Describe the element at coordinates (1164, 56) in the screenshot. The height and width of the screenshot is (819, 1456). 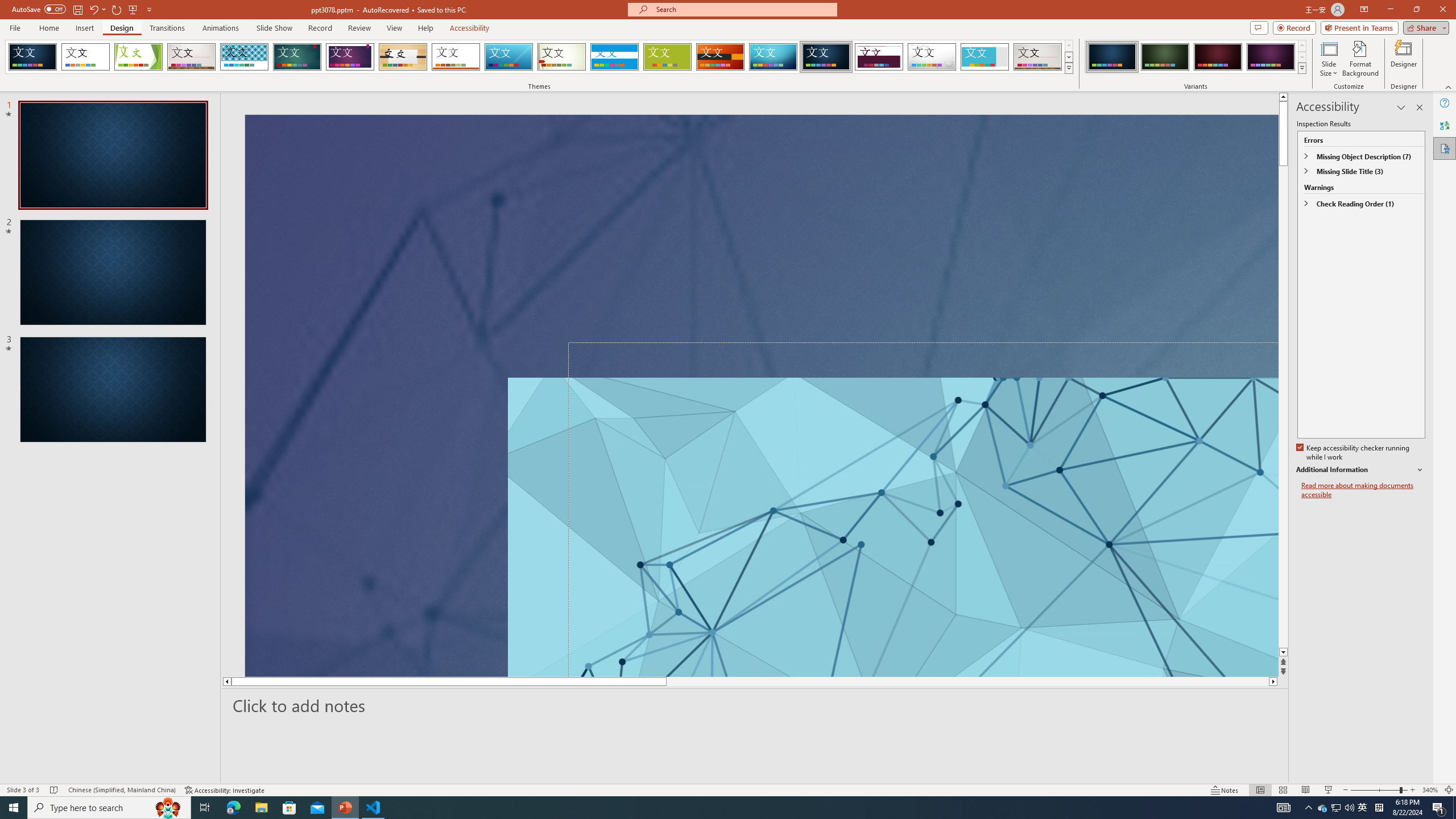
I see `'Damask Variant 2'` at that location.